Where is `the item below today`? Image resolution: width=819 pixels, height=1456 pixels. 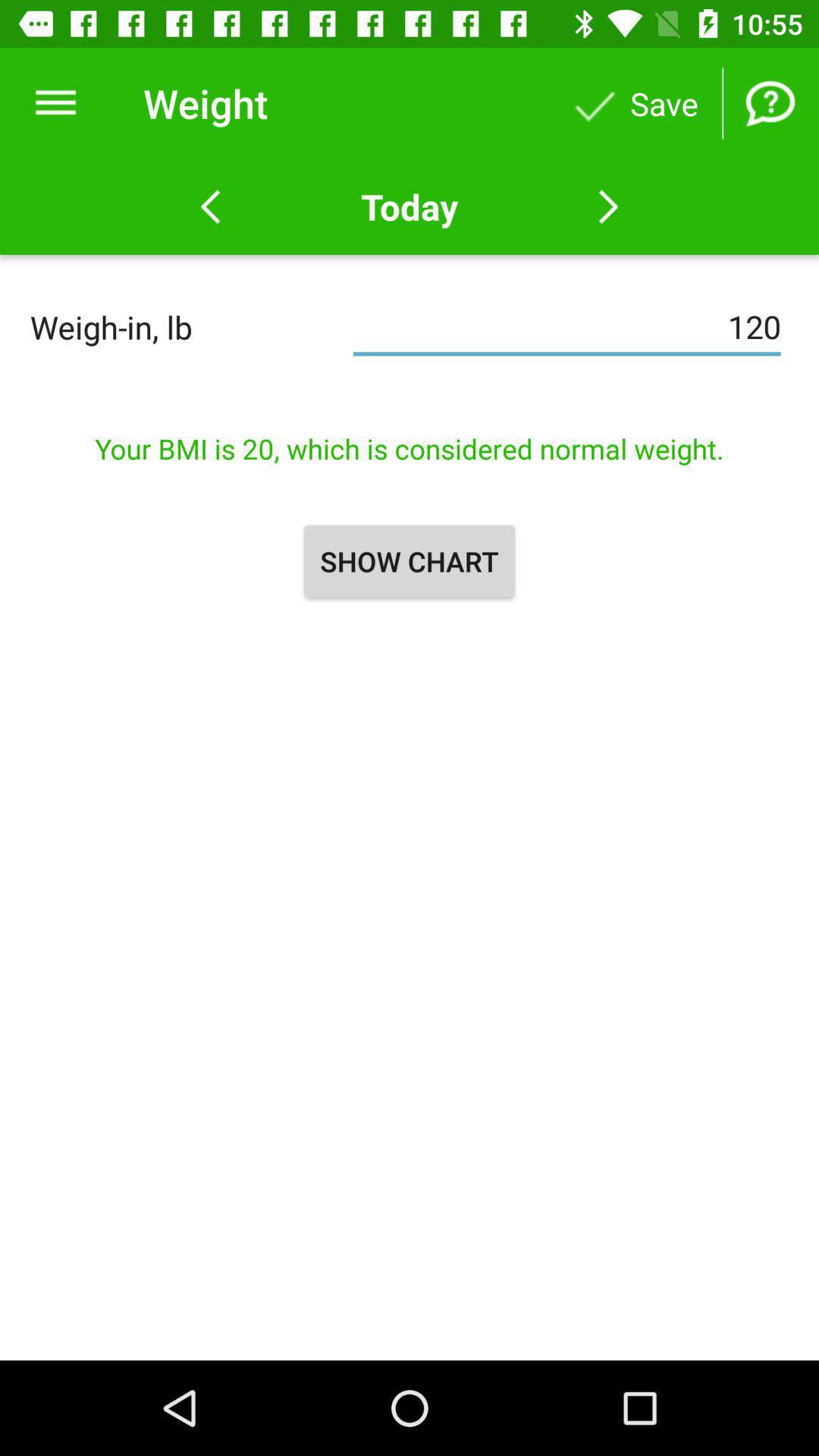
the item below today is located at coordinates (566, 326).